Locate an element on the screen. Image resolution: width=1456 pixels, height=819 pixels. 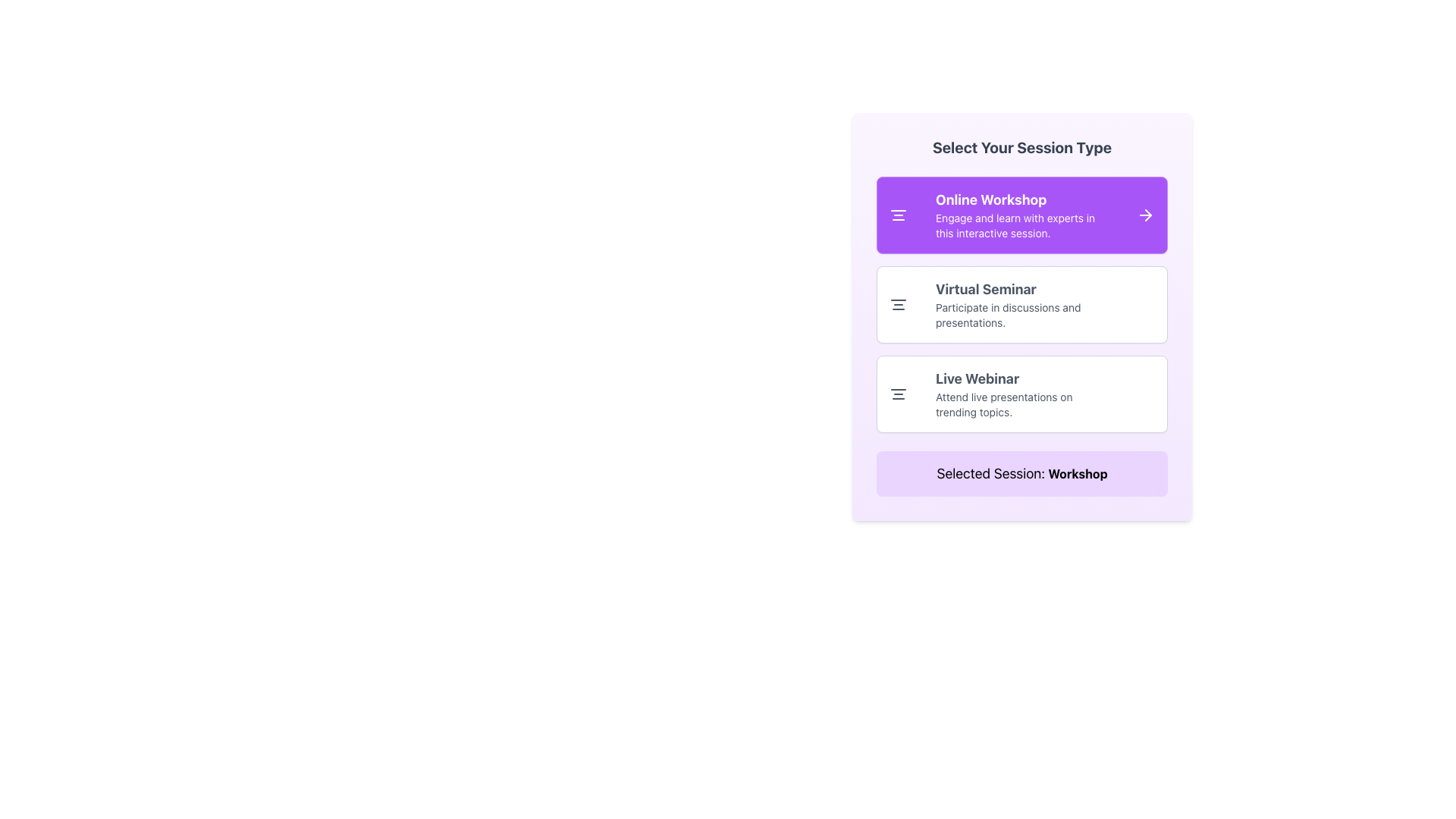
the text label that reads 'Engage and learn with experts in this interactive session.' which is styled in white on a purple background and positioned below the title 'Online Workshop.' is located at coordinates (1022, 225).